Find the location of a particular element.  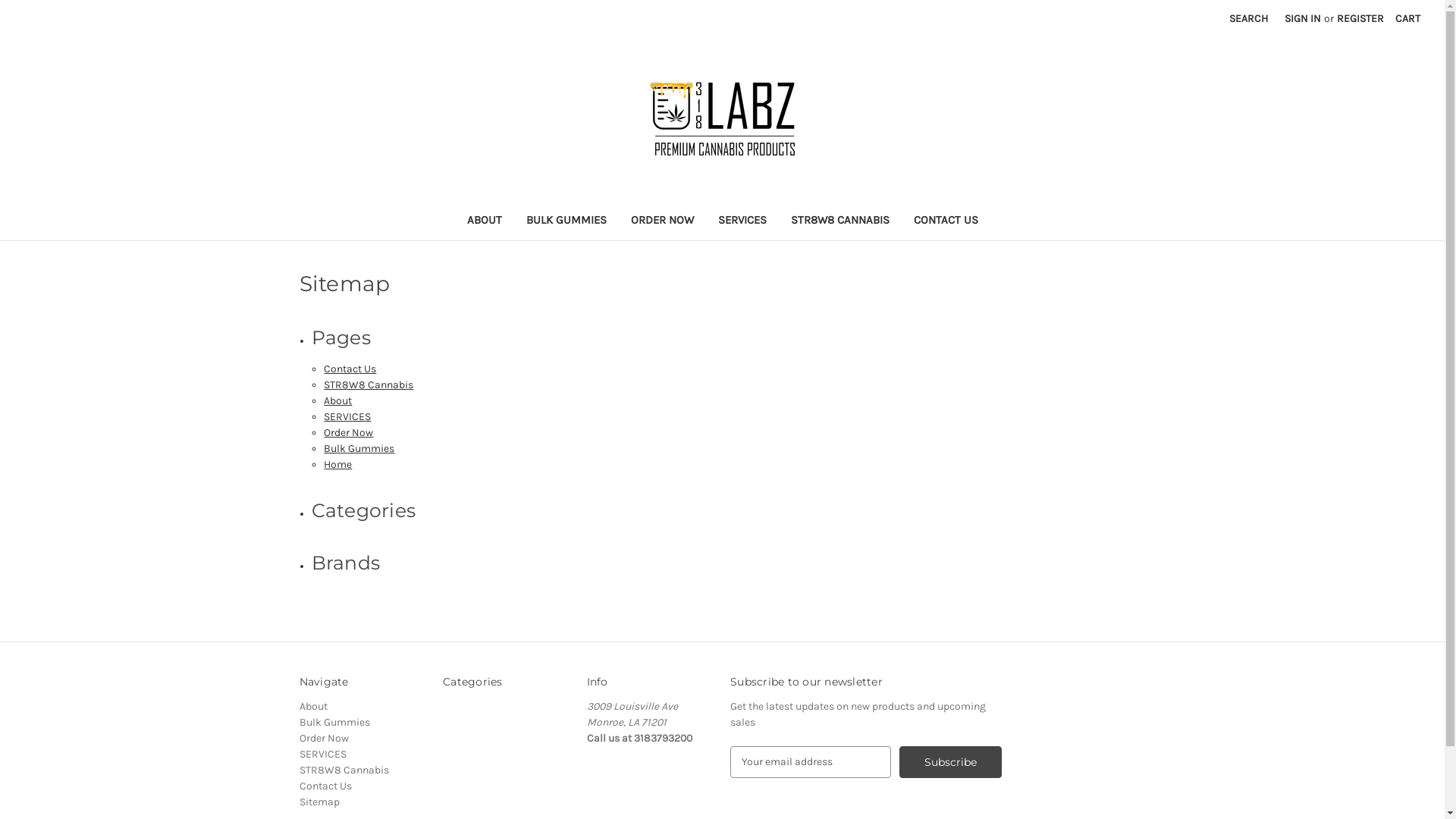

'About' is located at coordinates (312, 706).